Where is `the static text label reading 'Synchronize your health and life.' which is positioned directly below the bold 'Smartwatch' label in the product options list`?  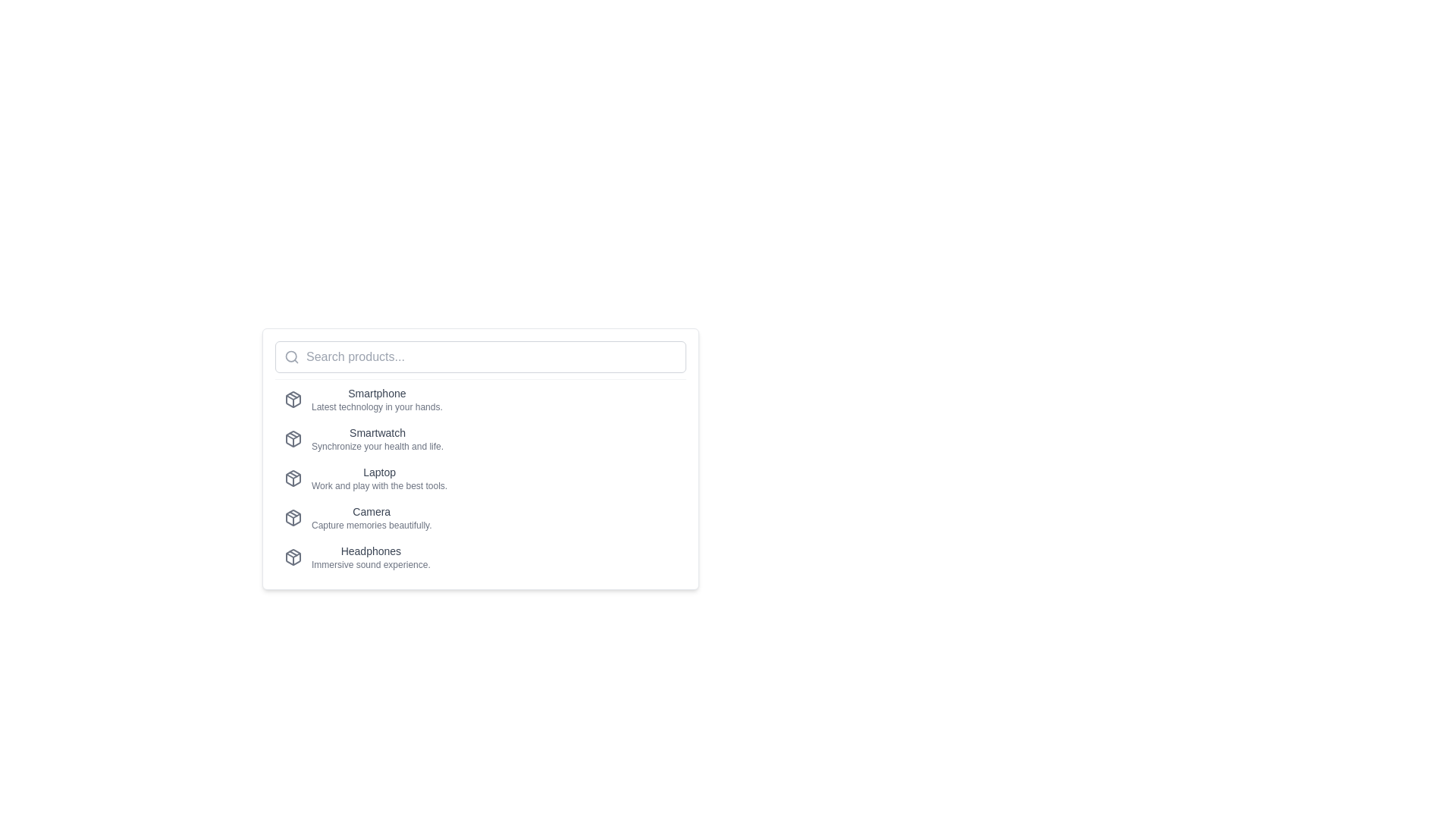 the static text label reading 'Synchronize your health and life.' which is positioned directly below the bold 'Smartwatch' label in the product options list is located at coordinates (378, 446).